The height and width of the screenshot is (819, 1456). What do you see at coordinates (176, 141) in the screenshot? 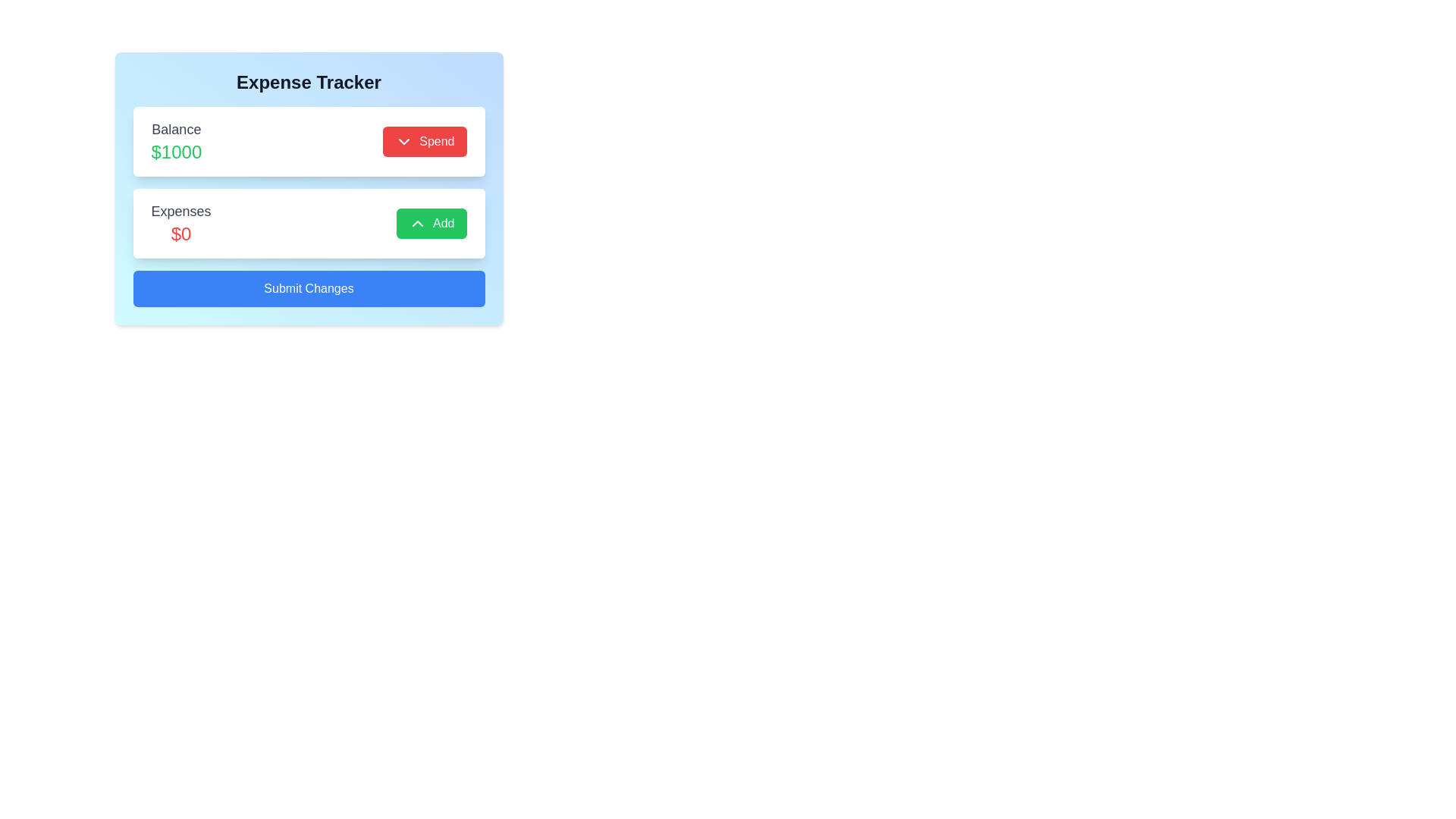
I see `contents of the Text display showing the current balance information, which includes the word 'Balance' in medium gray font and the amount '$1000' in green color, located at the top-left section of a card interface` at bounding box center [176, 141].